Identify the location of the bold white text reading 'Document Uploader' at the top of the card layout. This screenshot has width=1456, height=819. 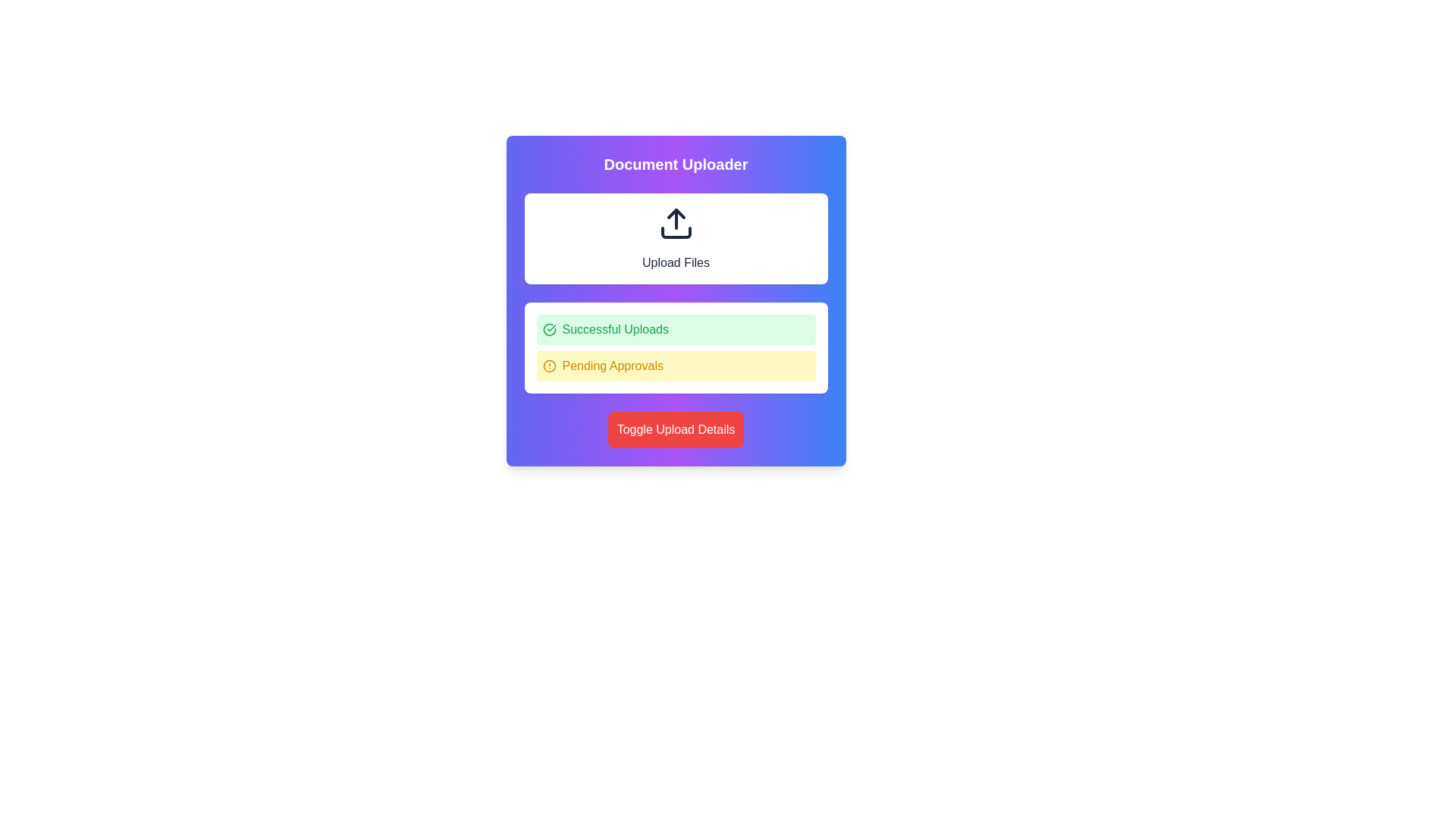
(675, 164).